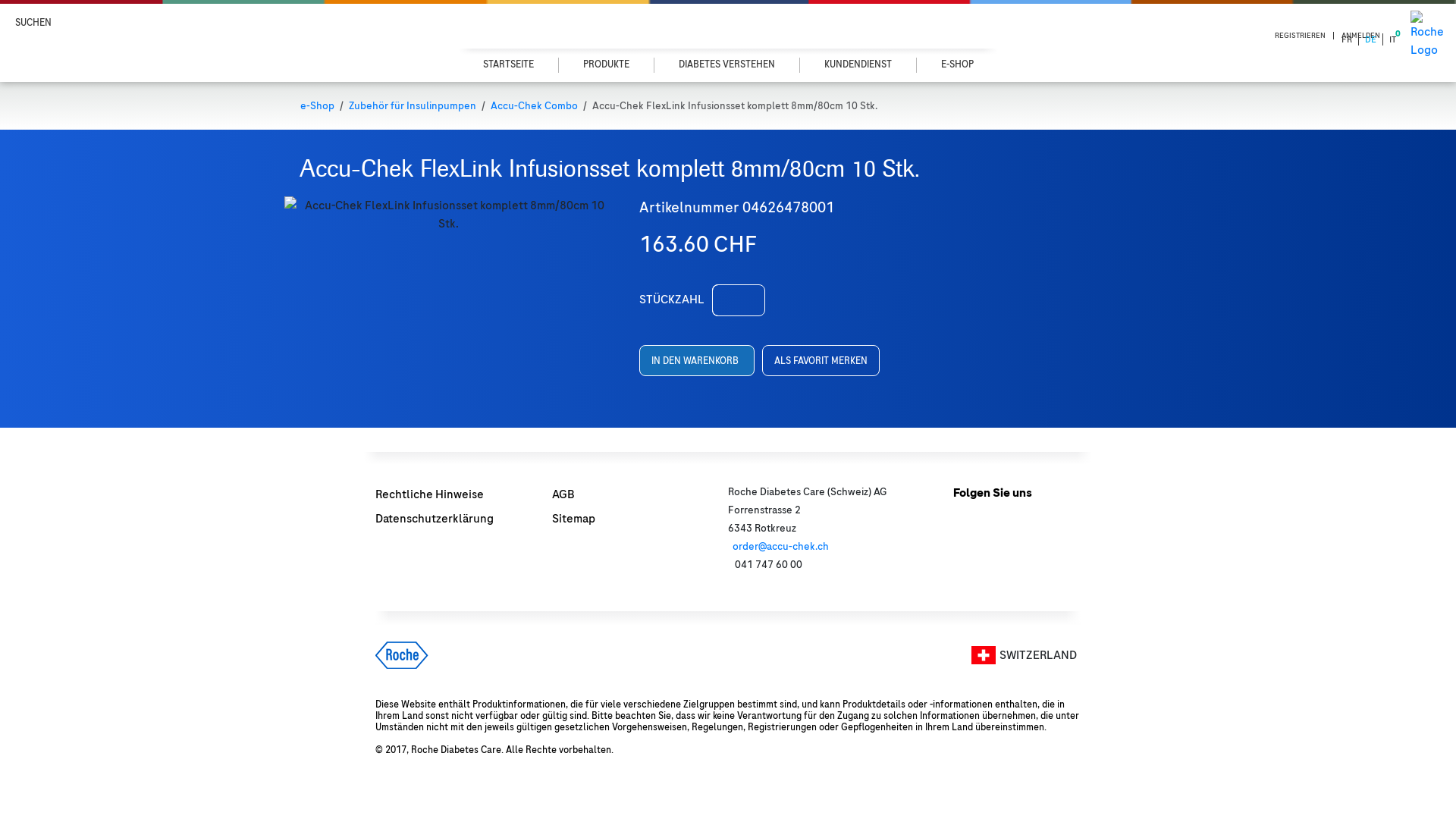 The width and height of the screenshot is (1456, 819). I want to click on 'Rechtliche Hinweise', so click(428, 494).